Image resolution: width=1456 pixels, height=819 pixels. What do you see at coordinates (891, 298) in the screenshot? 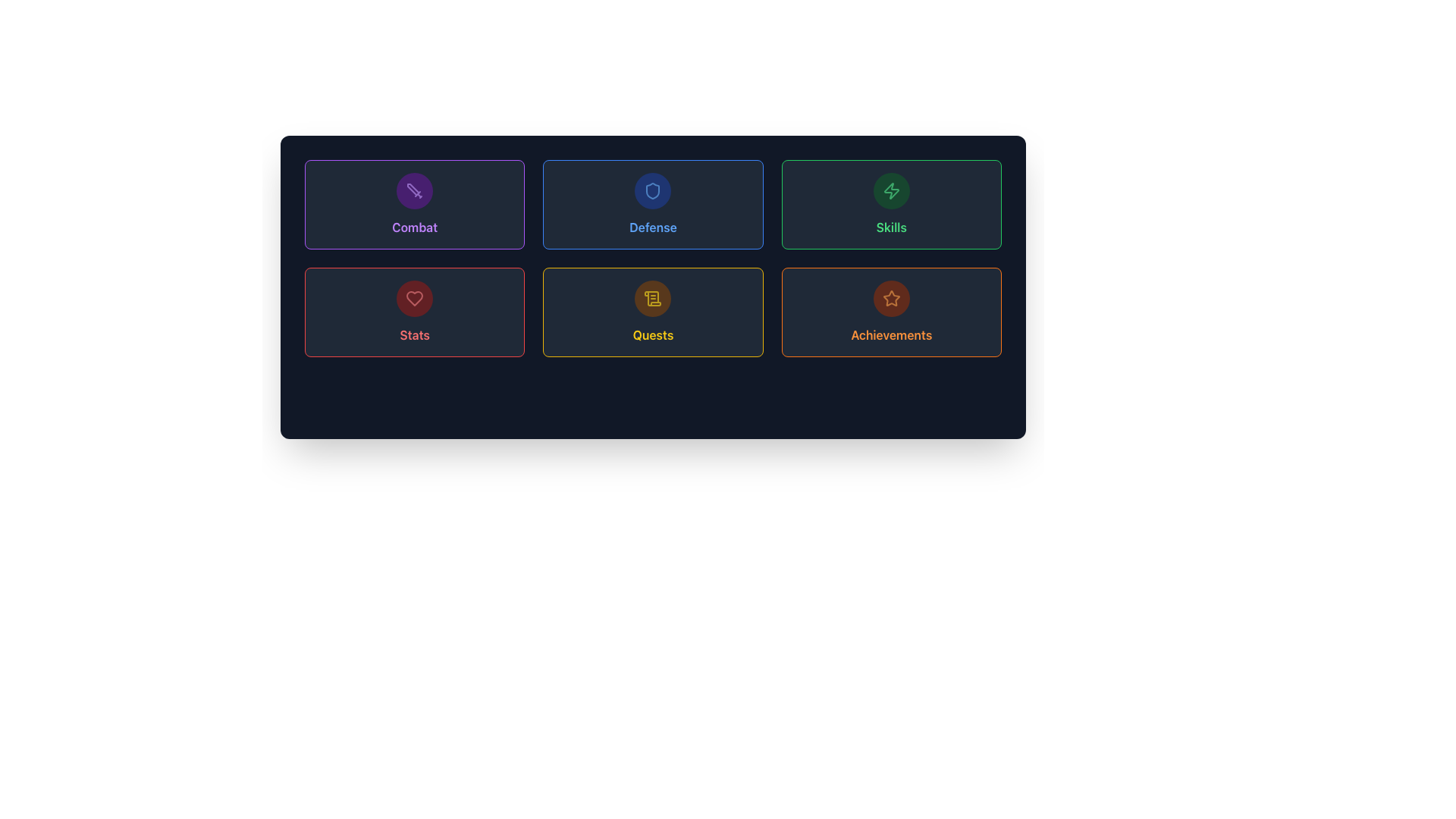
I see `the star icon with an orange border located in the bottom right section under the 'Achievements' category` at bounding box center [891, 298].